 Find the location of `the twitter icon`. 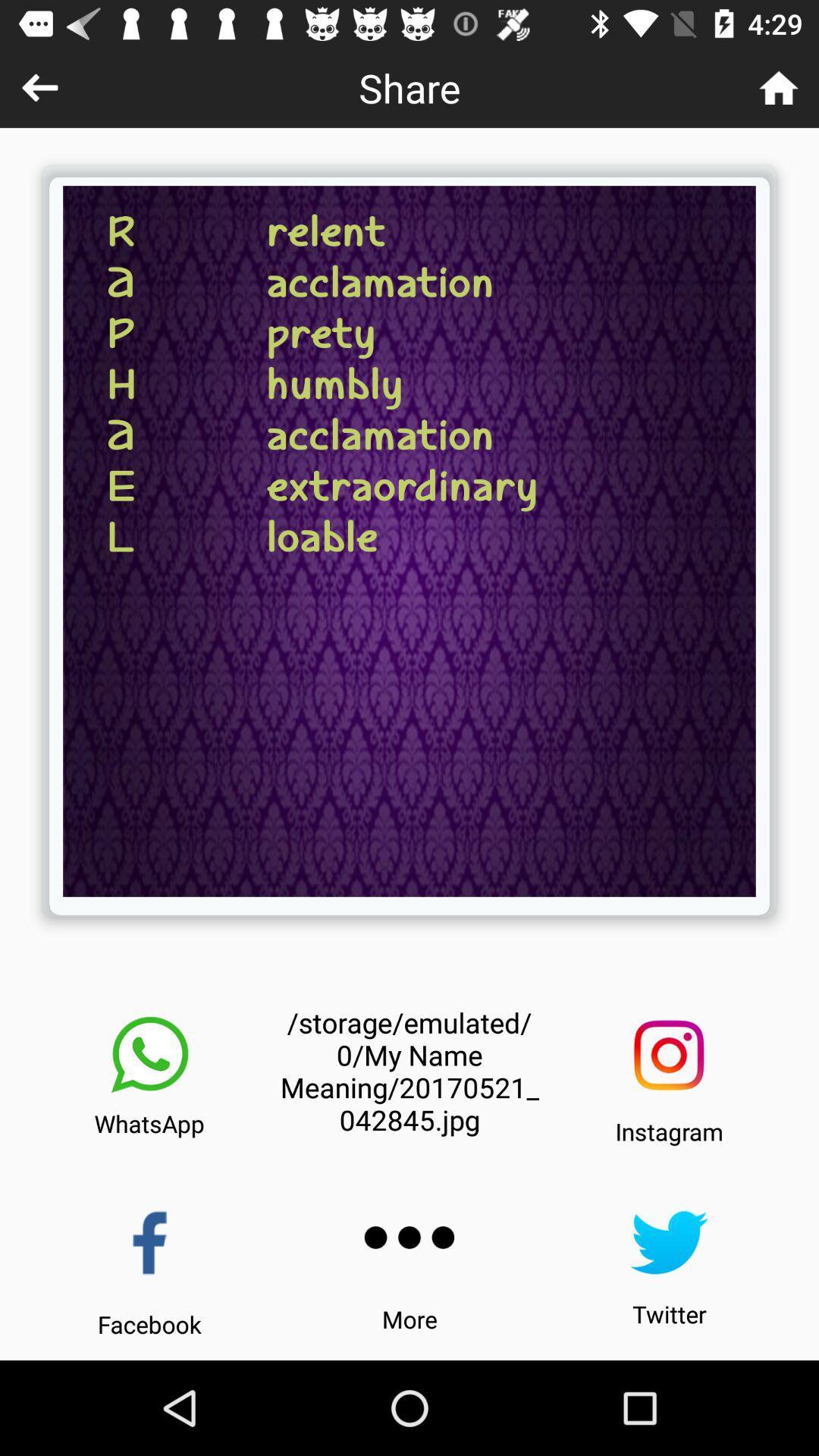

the twitter icon is located at coordinates (668, 1242).